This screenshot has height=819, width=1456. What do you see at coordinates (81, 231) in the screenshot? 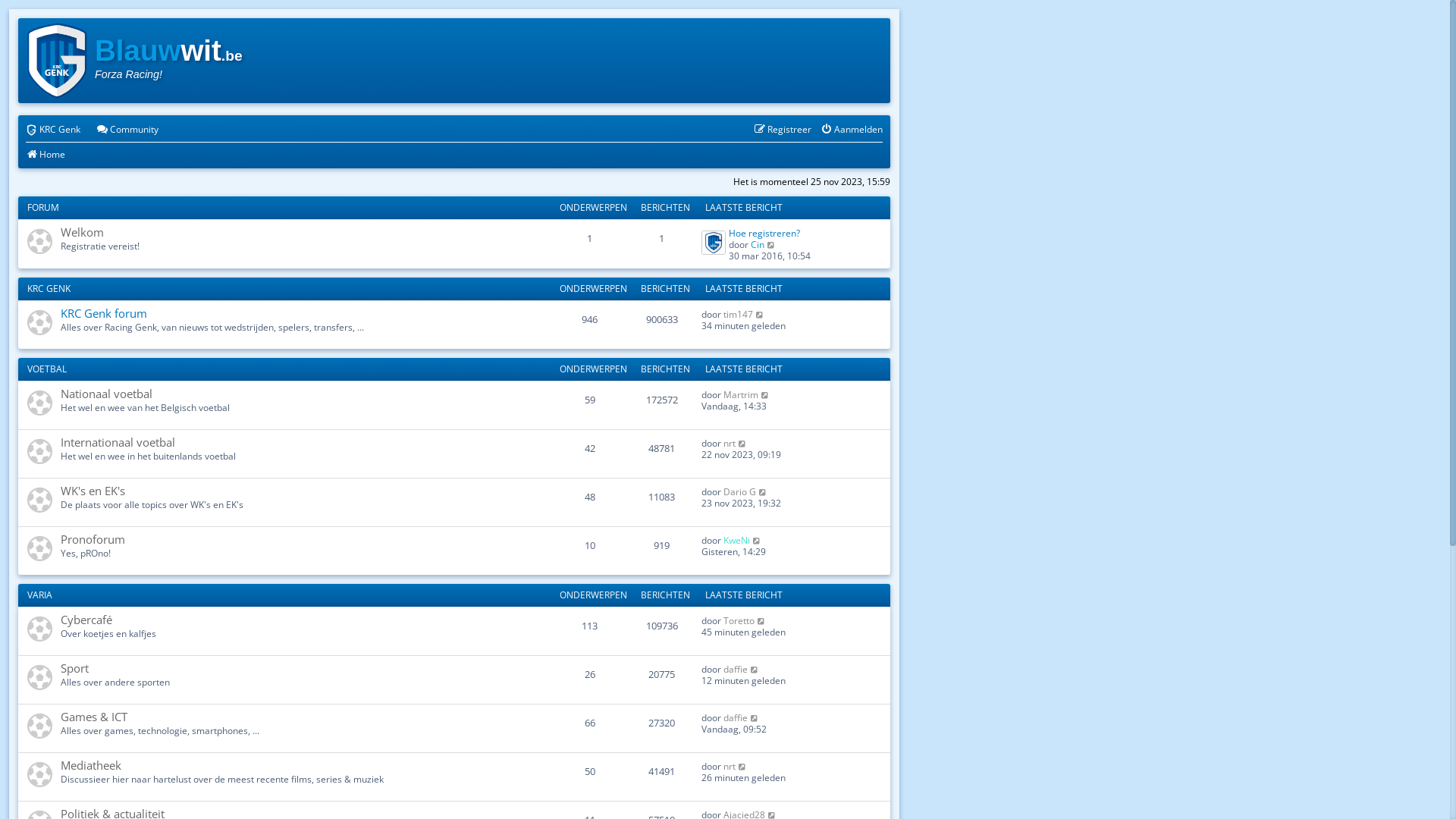
I see `'Welkom'` at bounding box center [81, 231].